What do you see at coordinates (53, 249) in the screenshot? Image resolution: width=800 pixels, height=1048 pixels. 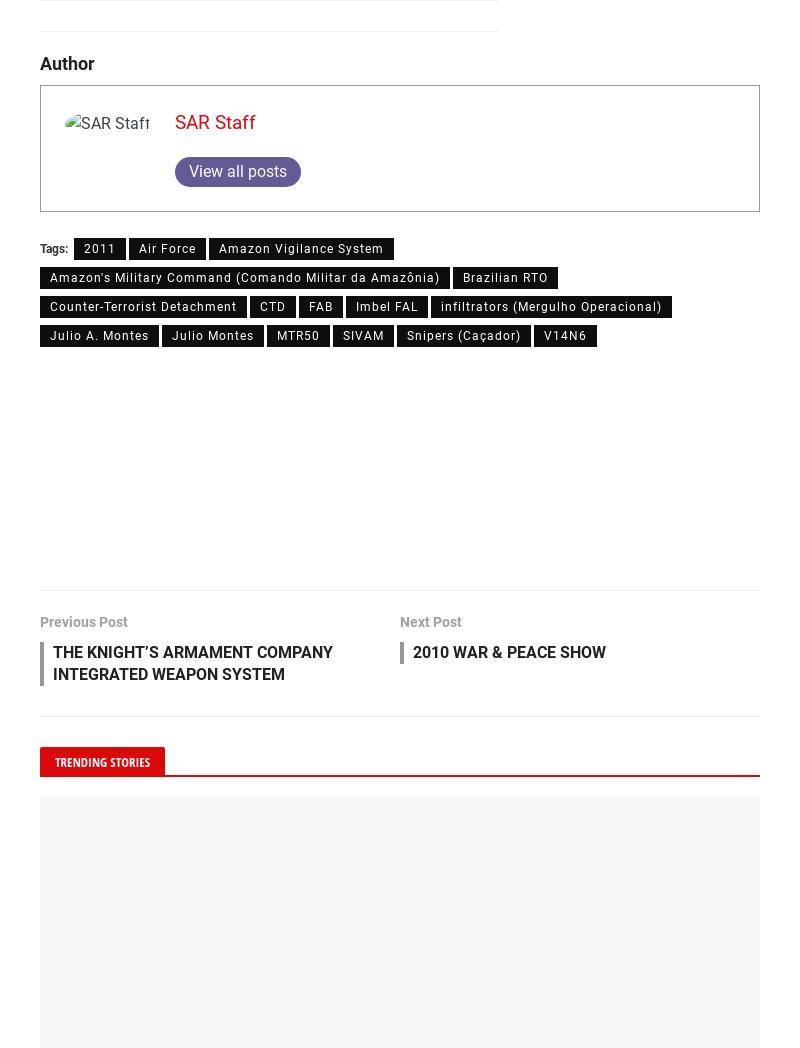 I see `'Tags:'` at bounding box center [53, 249].